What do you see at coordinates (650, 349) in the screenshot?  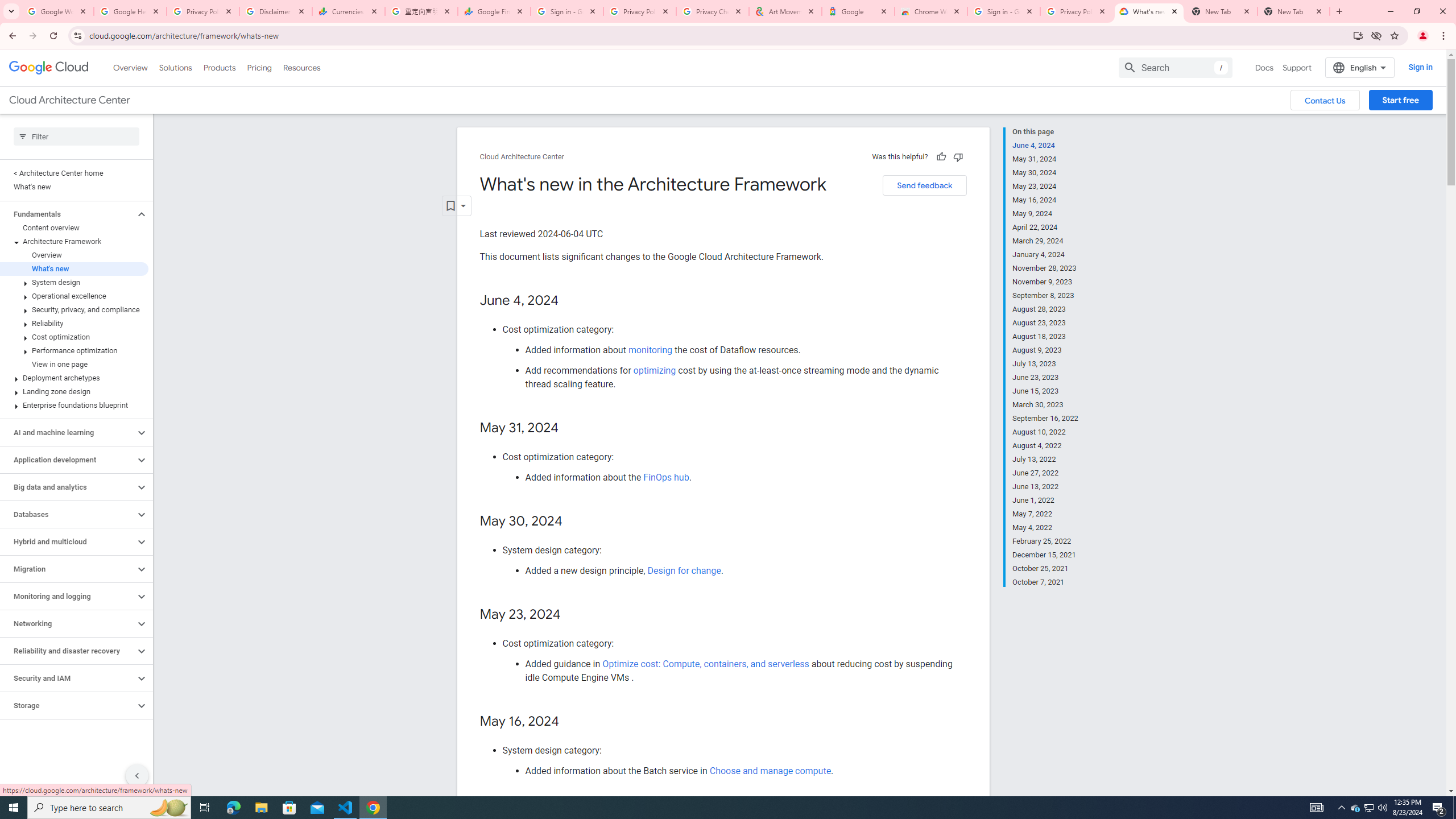 I see `'monitoring'` at bounding box center [650, 349].